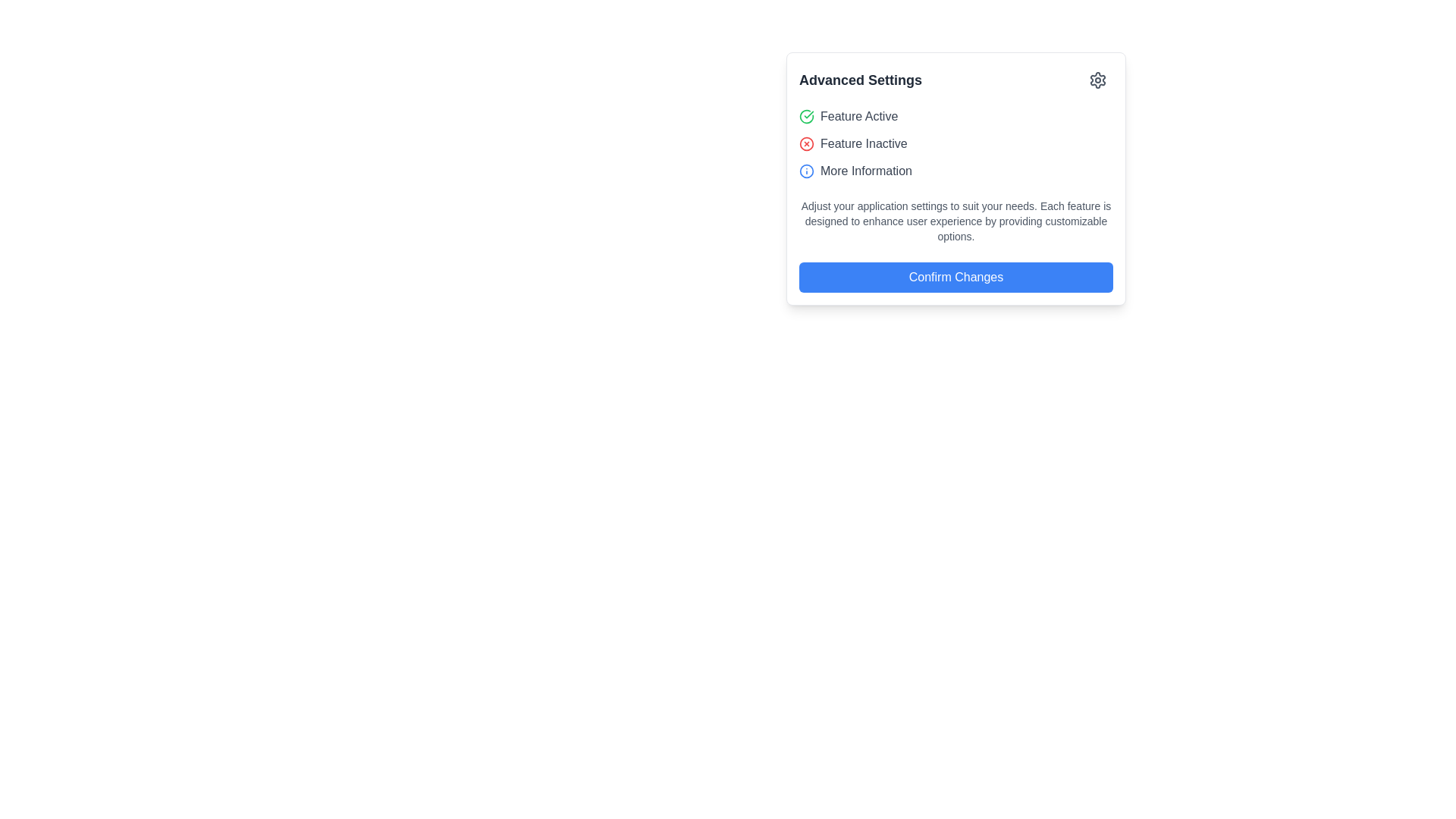 This screenshot has width=1456, height=819. I want to click on SVG Circle element with a blue outline and white fill, located within the 'More Information' icon adjacent to the text 'More Information', so click(806, 171).